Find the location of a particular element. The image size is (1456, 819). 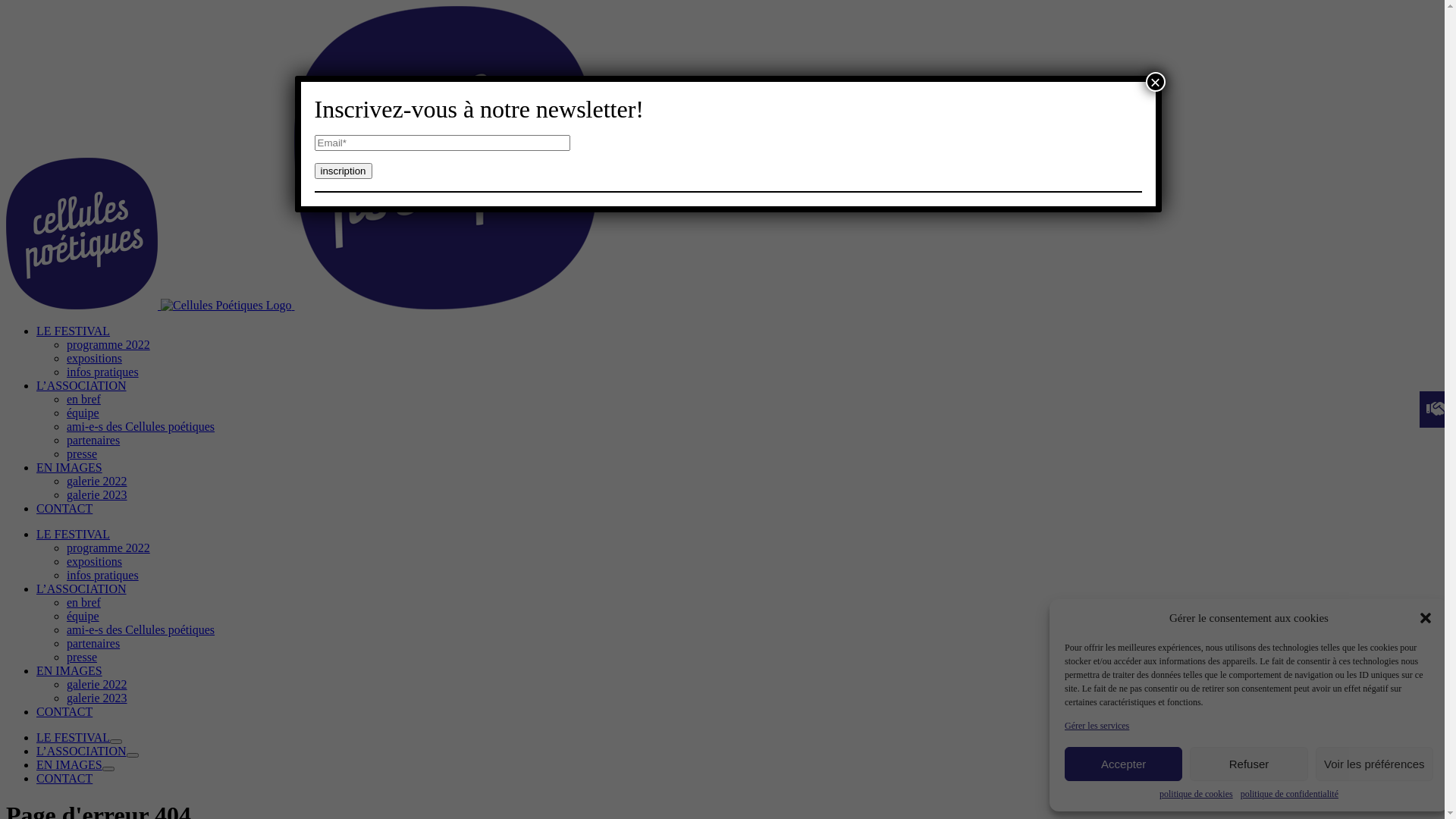

'partenaires' is located at coordinates (65, 643).